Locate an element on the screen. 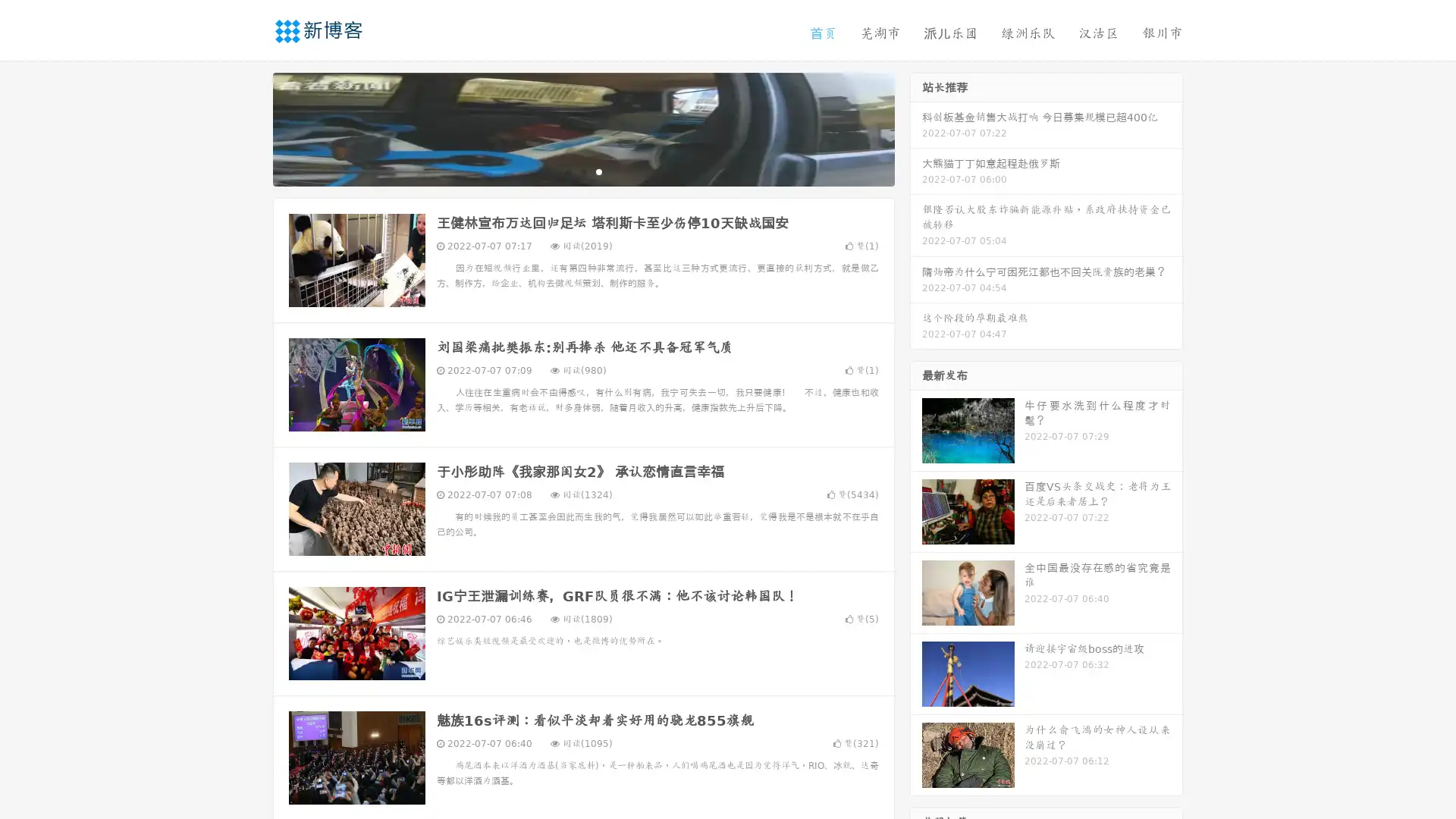 This screenshot has width=1456, height=819. Go to slide 2 is located at coordinates (582, 171).